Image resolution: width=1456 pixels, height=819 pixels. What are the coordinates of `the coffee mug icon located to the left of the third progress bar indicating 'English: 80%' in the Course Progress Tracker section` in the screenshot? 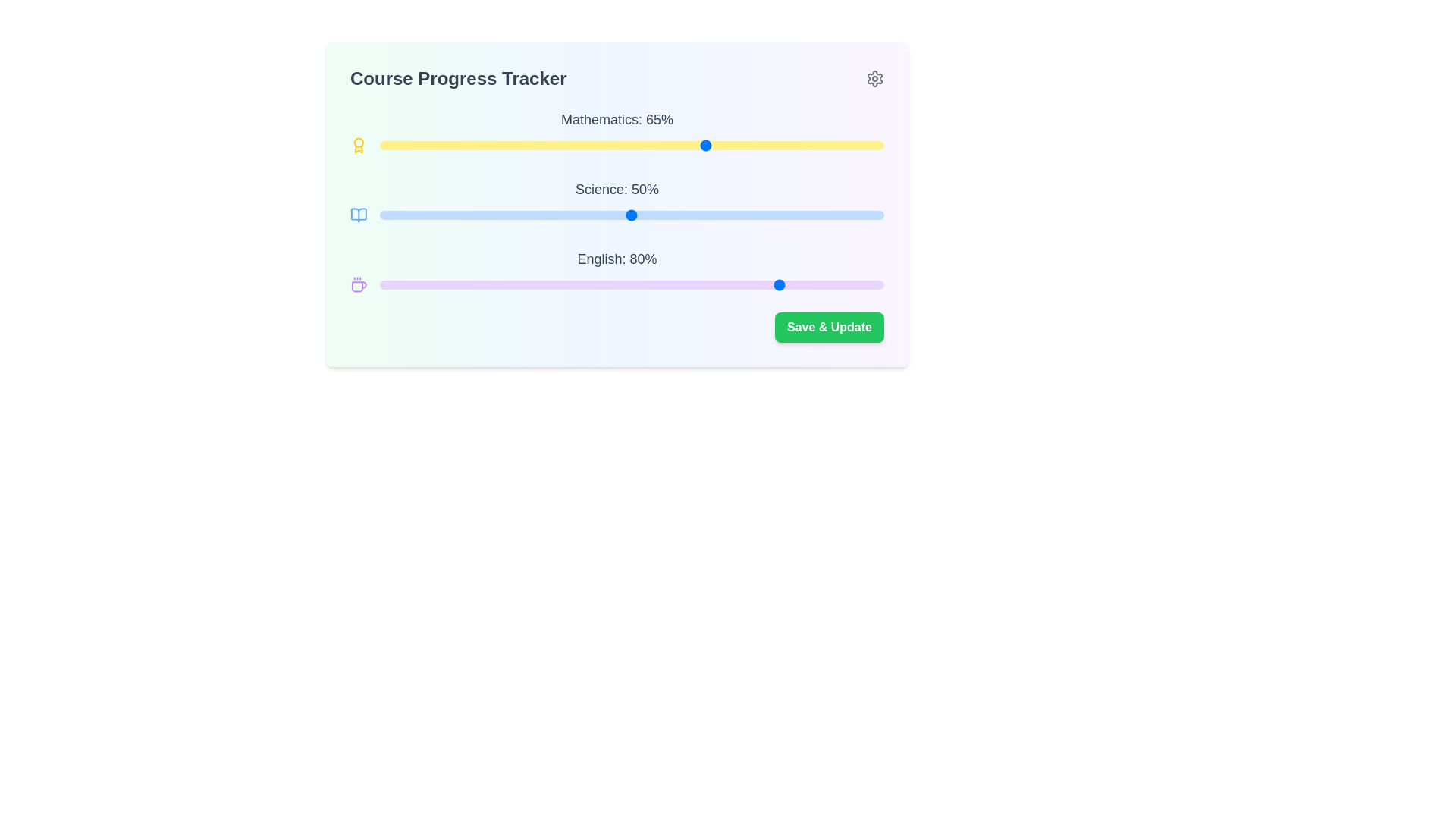 It's located at (358, 287).